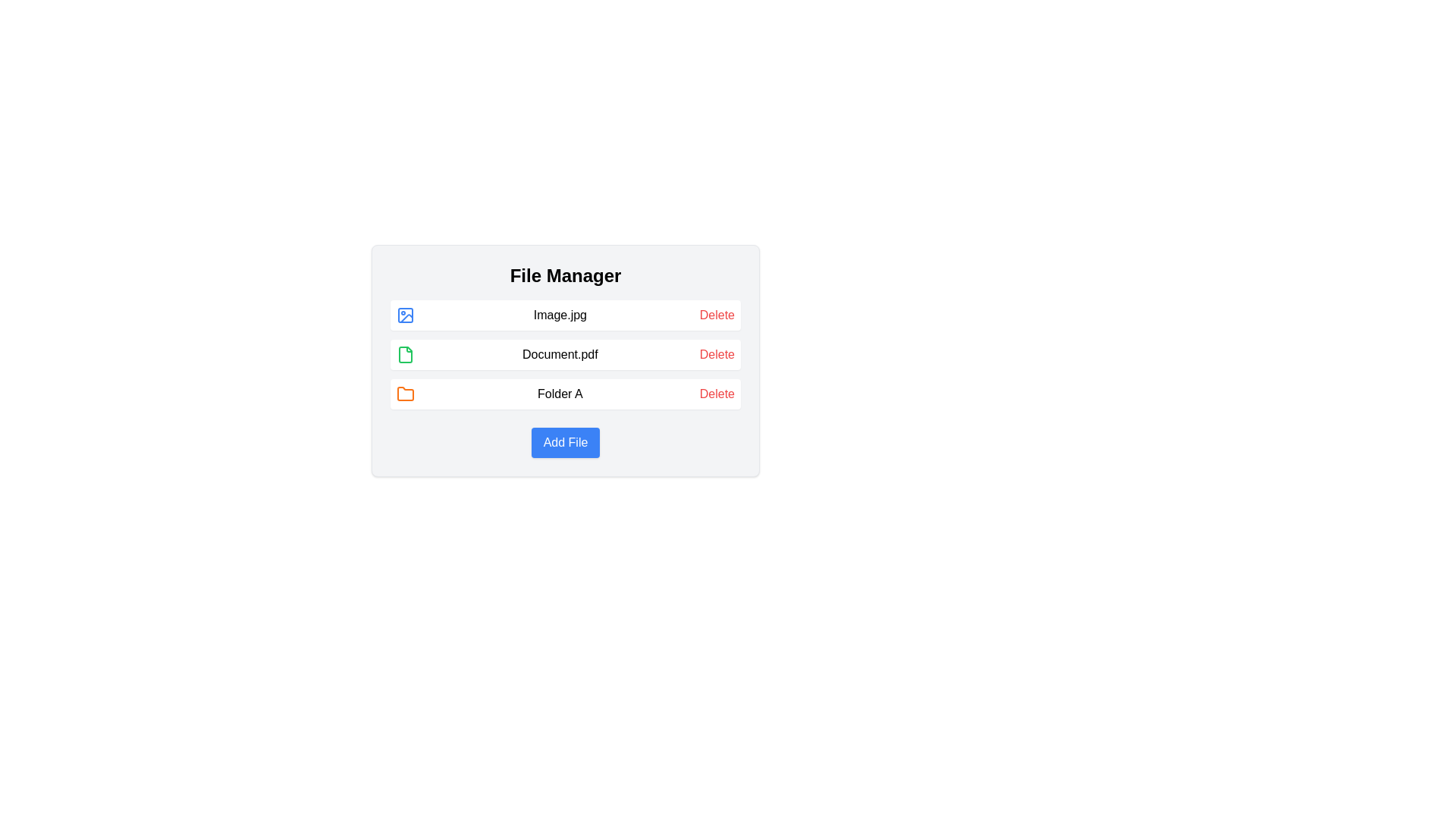  Describe the element at coordinates (716, 354) in the screenshot. I see `the delete button located on the far-right side of the 'Document.pdf' row in the file manager to initiate deletion` at that location.